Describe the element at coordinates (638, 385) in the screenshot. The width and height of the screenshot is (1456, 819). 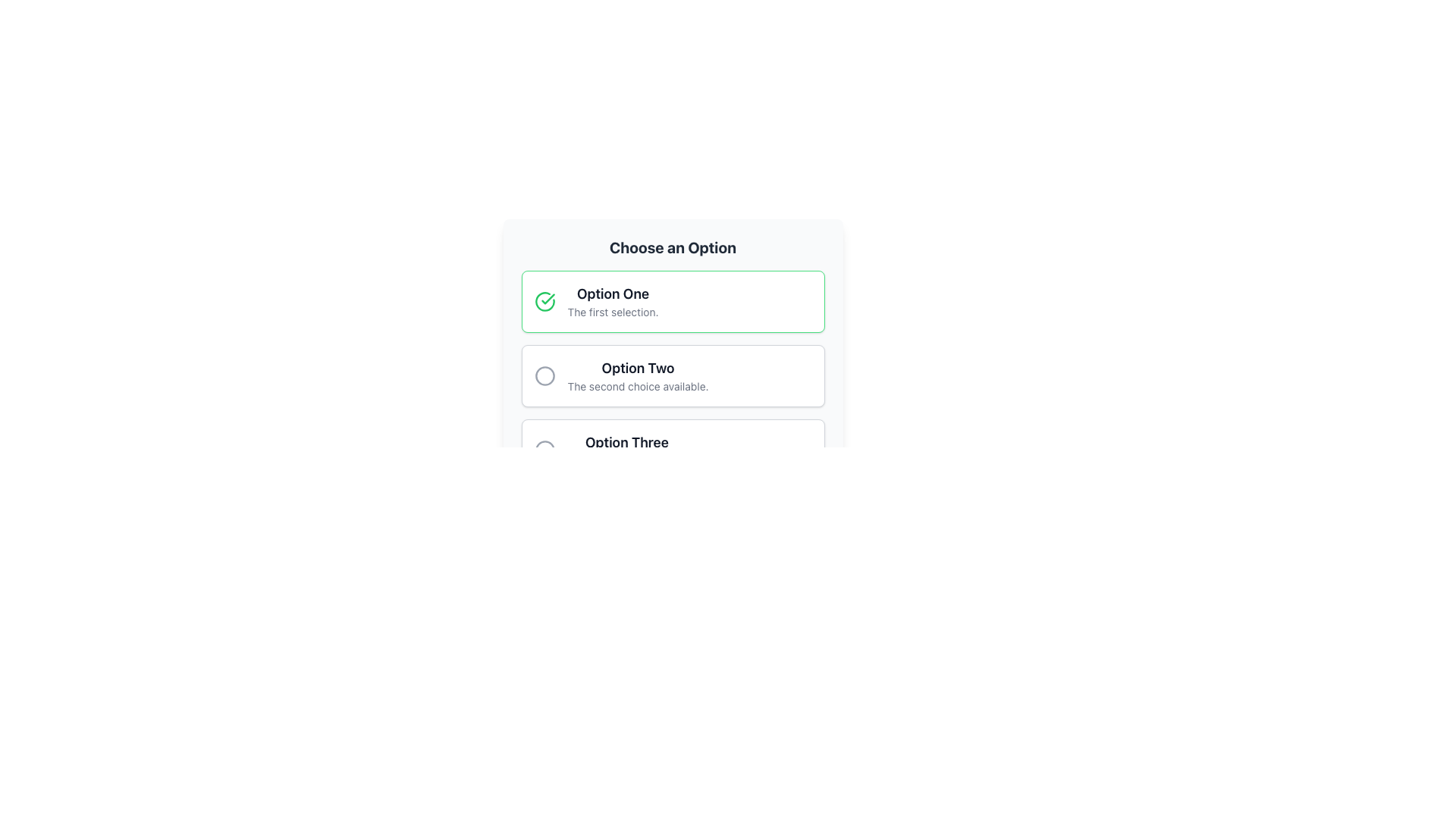
I see `text element that displays 'The second choice available.' located directly underneath the 'Option Two' title` at that location.